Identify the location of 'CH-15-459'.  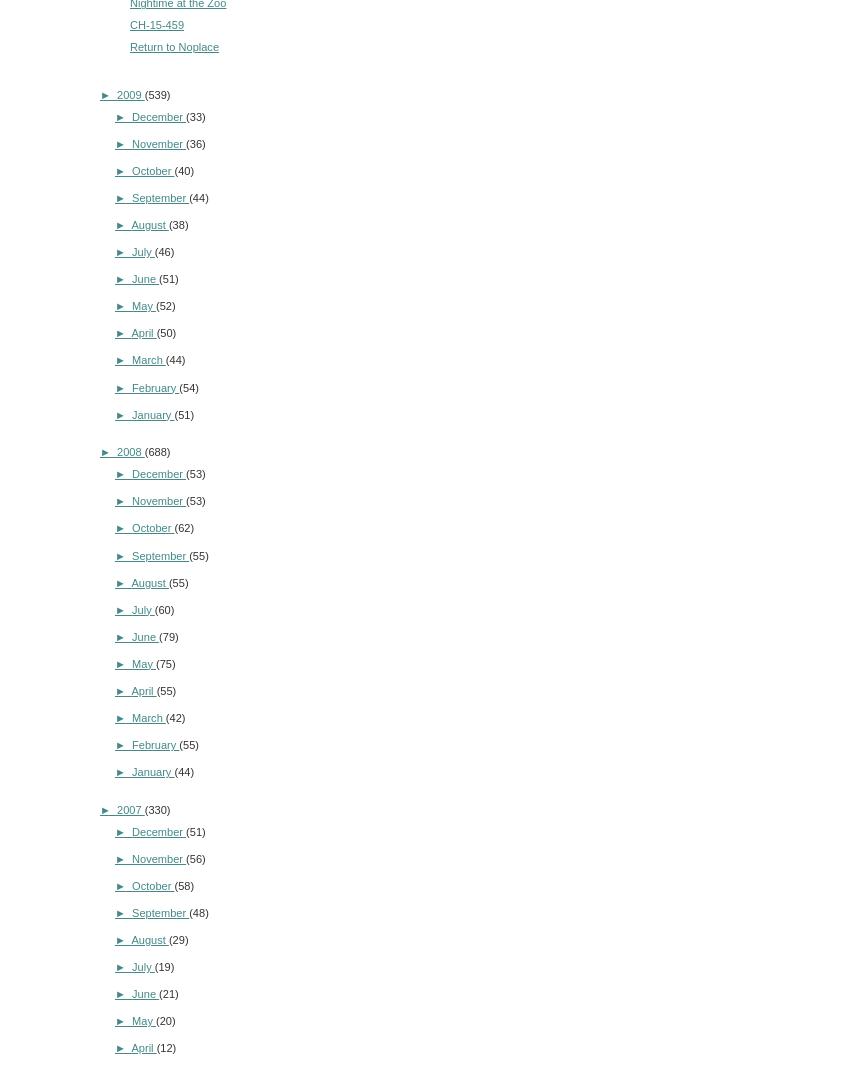
(156, 23).